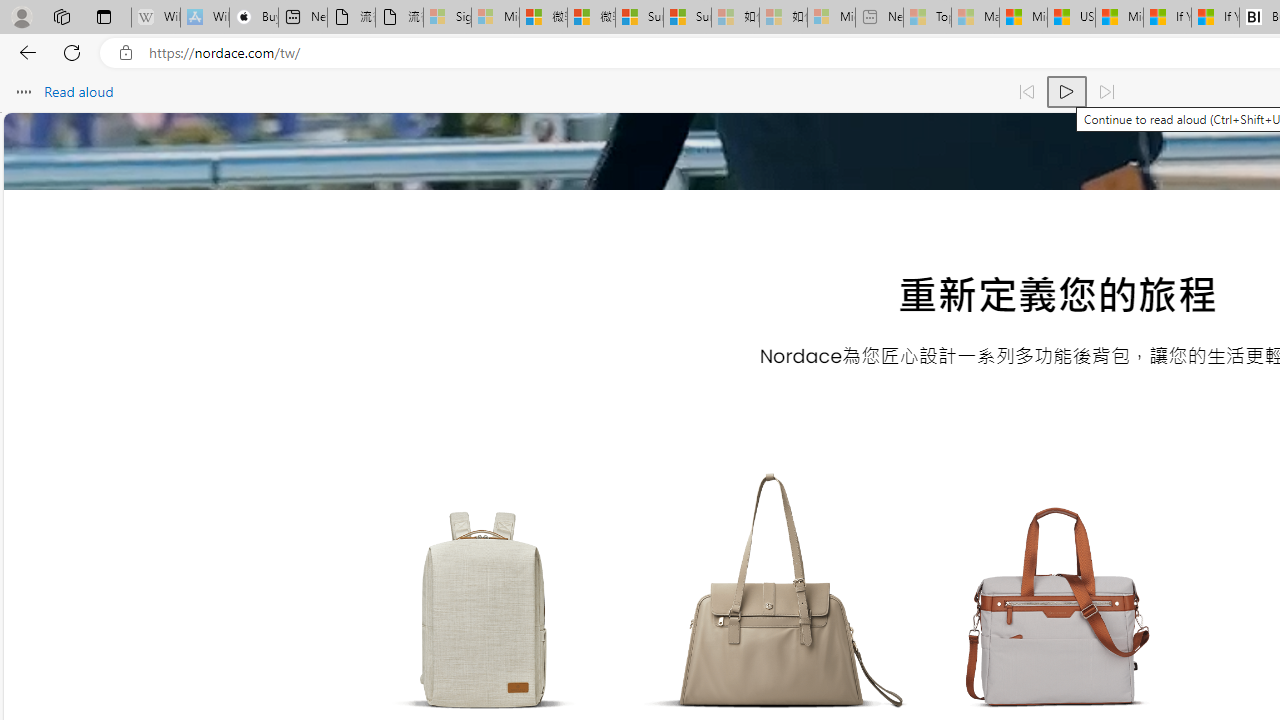  Describe the element at coordinates (1070, 17) in the screenshot. I see `'US Heat Deaths Soared To Record High Last Year'` at that location.